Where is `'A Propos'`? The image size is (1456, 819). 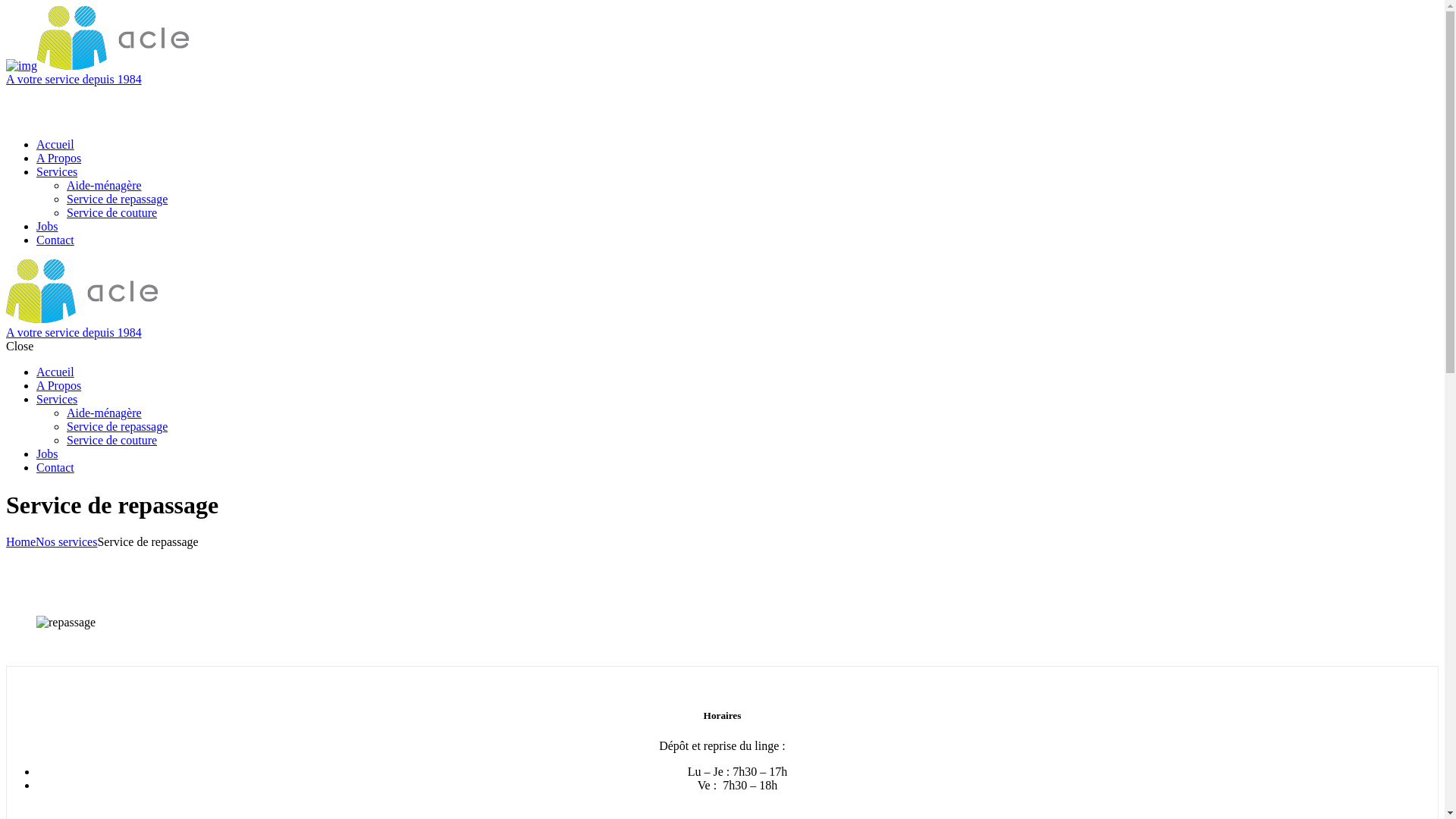 'A Propos' is located at coordinates (36, 158).